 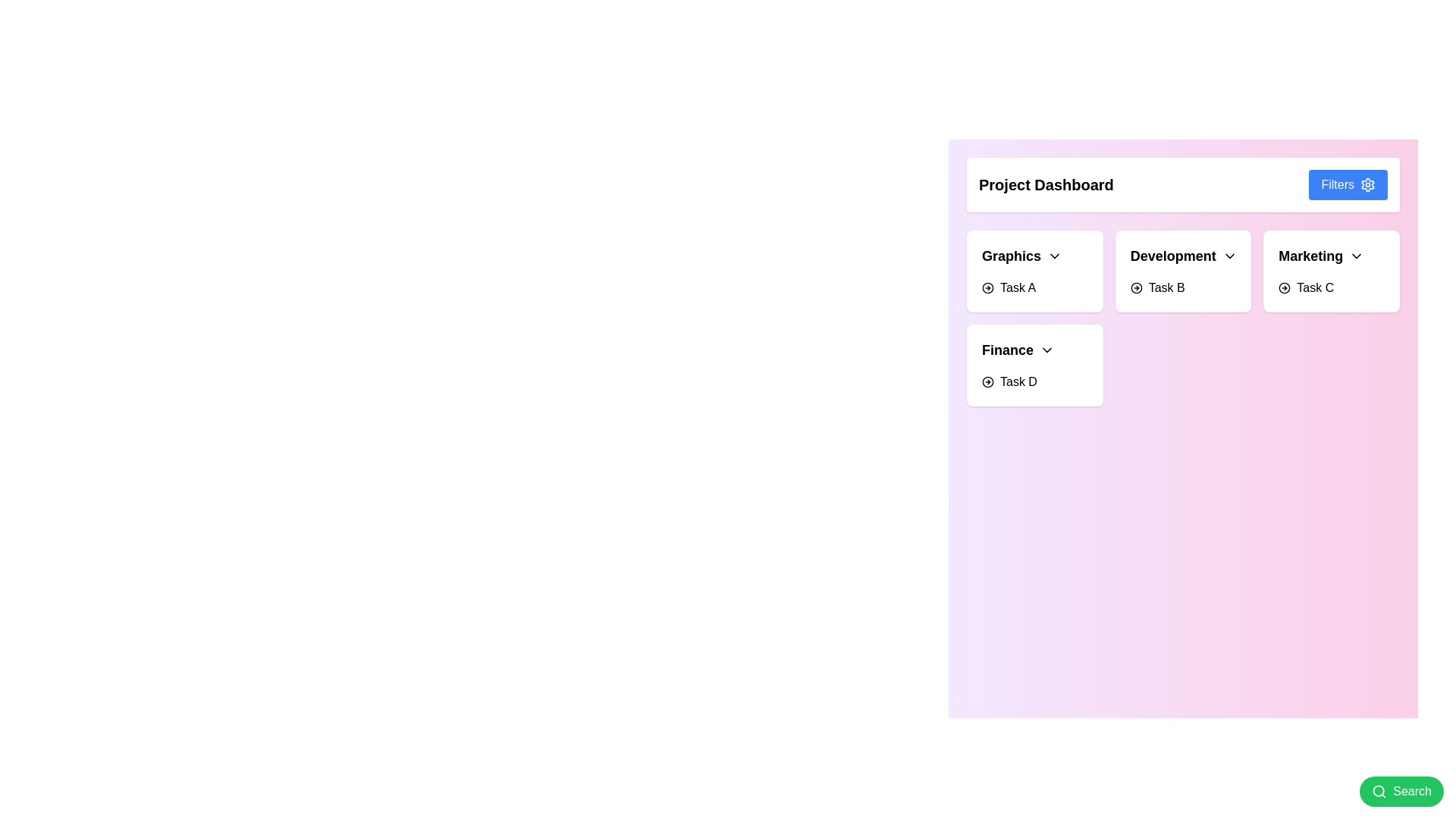 I want to click on the settings icon, which is a gear shape with a blue background located adjacent to the 'Filters' button in the Project Dashboard interface, so click(x=1368, y=184).